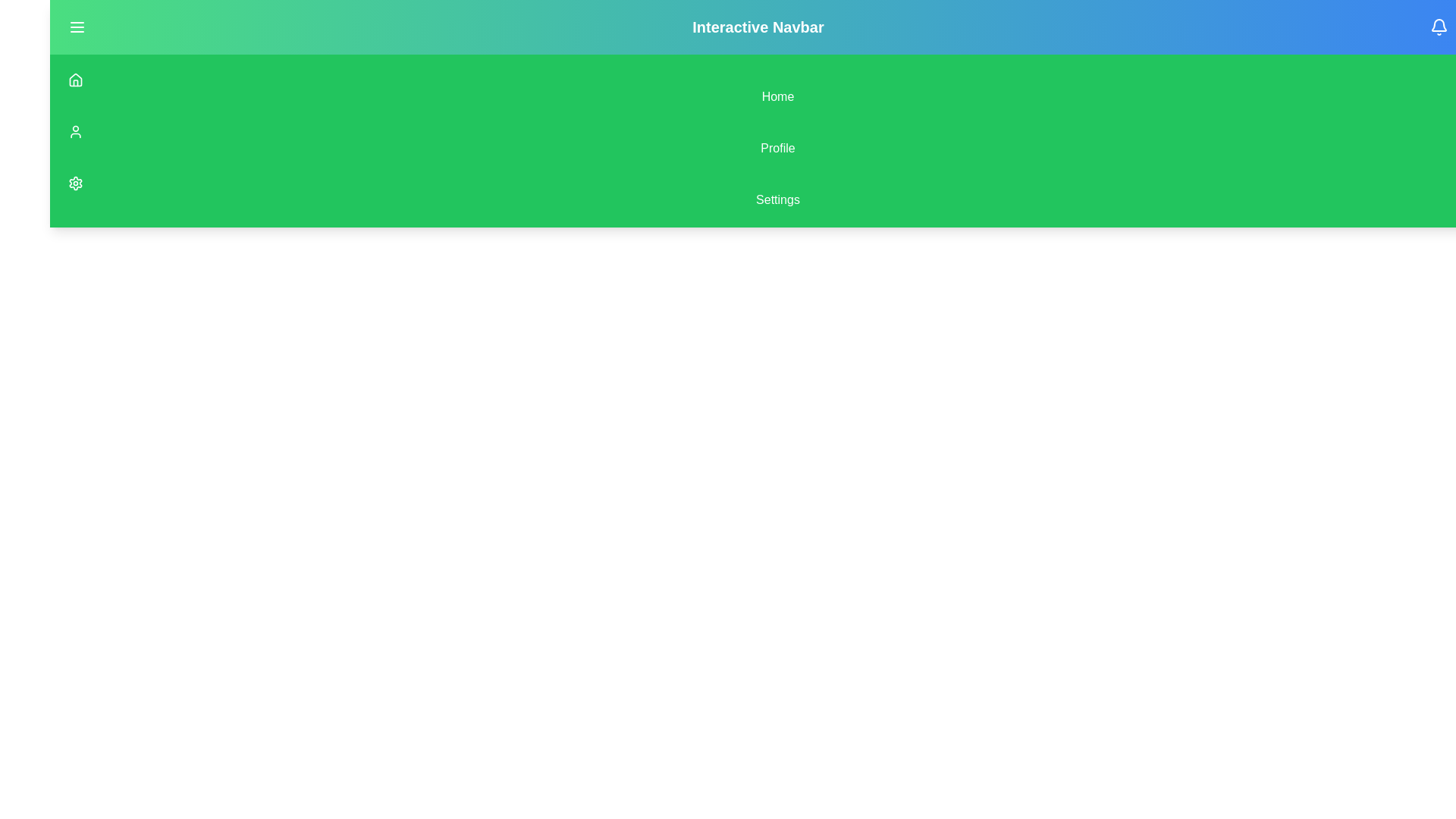 The width and height of the screenshot is (1456, 819). I want to click on the notification Icon button located at the far right of the horizontal navigation bar, so click(1438, 27).